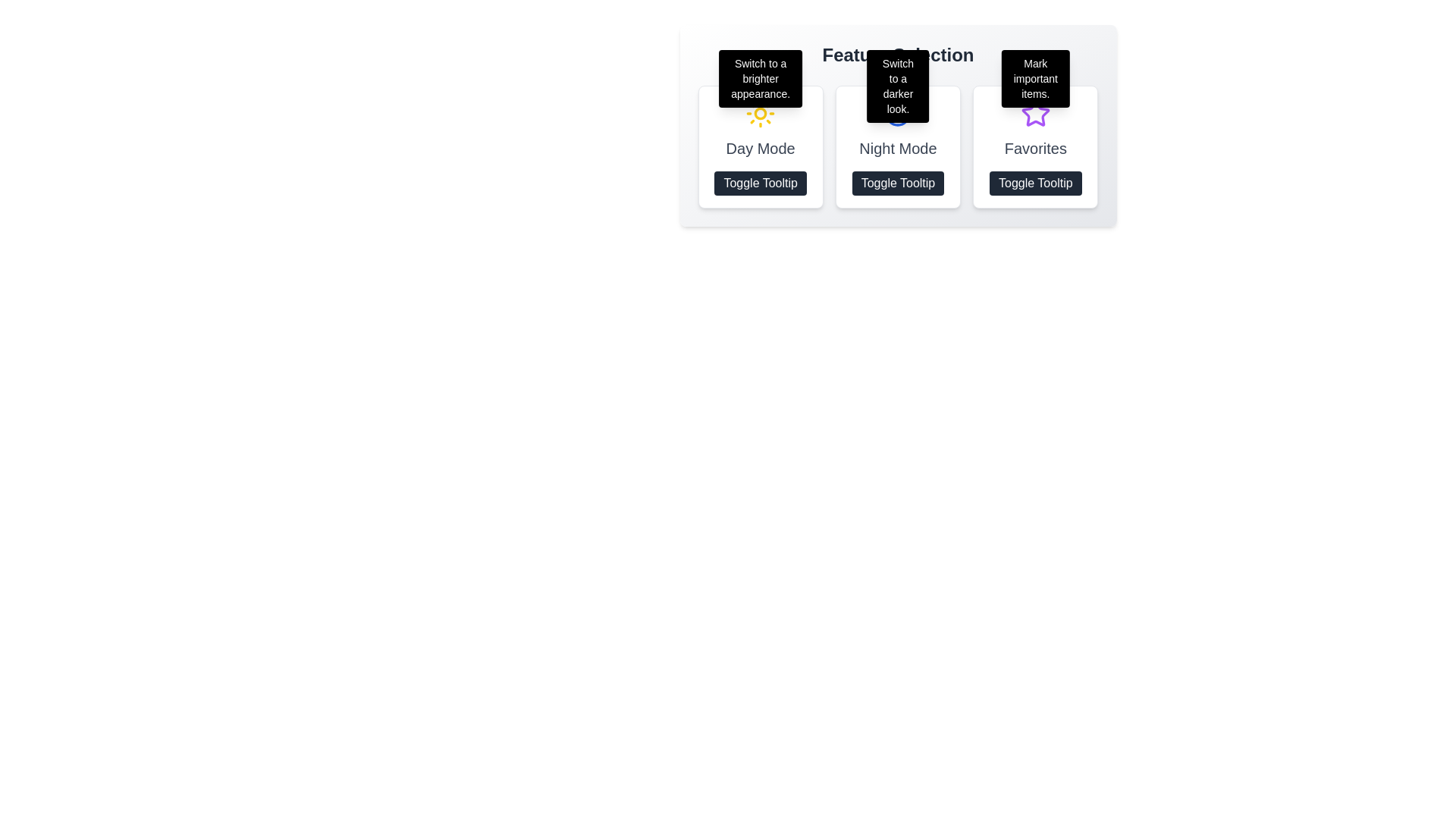  I want to click on the 'Toggle Tooltip' button located within the 'Day Mode' section for keyboard navigation, so click(761, 183).